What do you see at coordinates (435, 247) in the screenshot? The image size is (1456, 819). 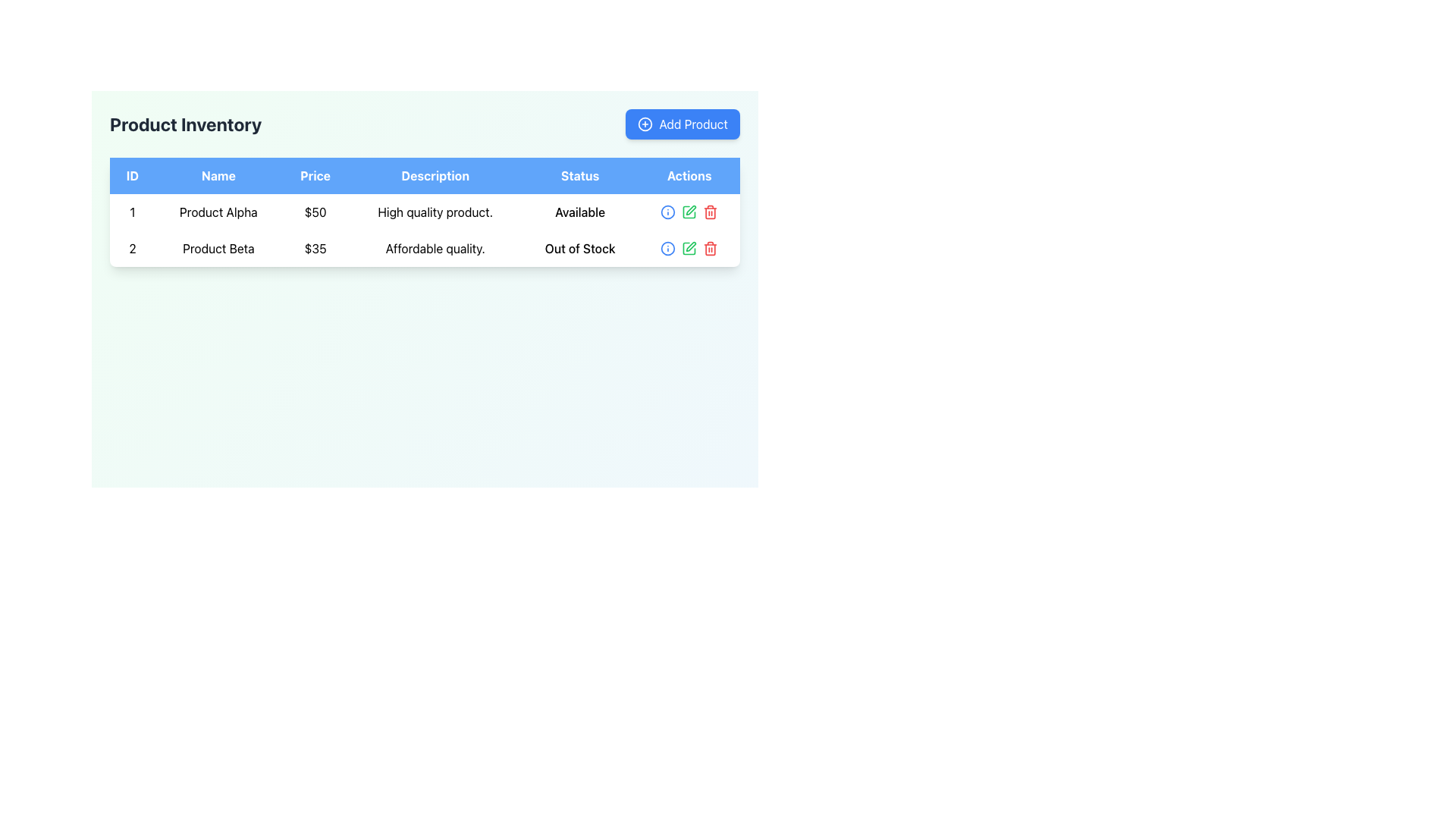 I see `the text element that contains 'Affordable quality.' positioned under the 'Description' column in the table` at bounding box center [435, 247].